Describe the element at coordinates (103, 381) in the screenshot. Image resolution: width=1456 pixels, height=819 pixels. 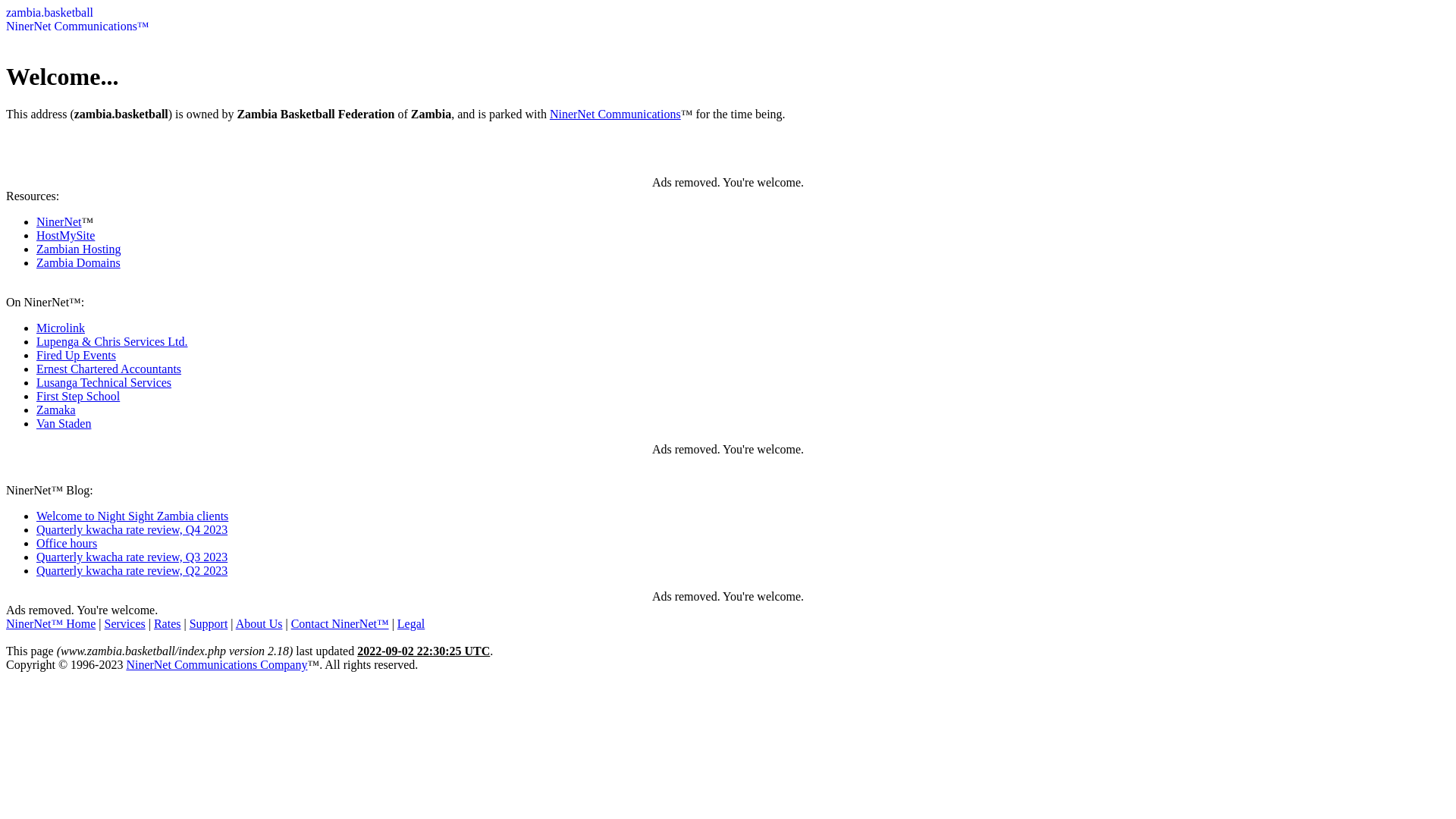
I see `'Lusanga Technical Services'` at that location.